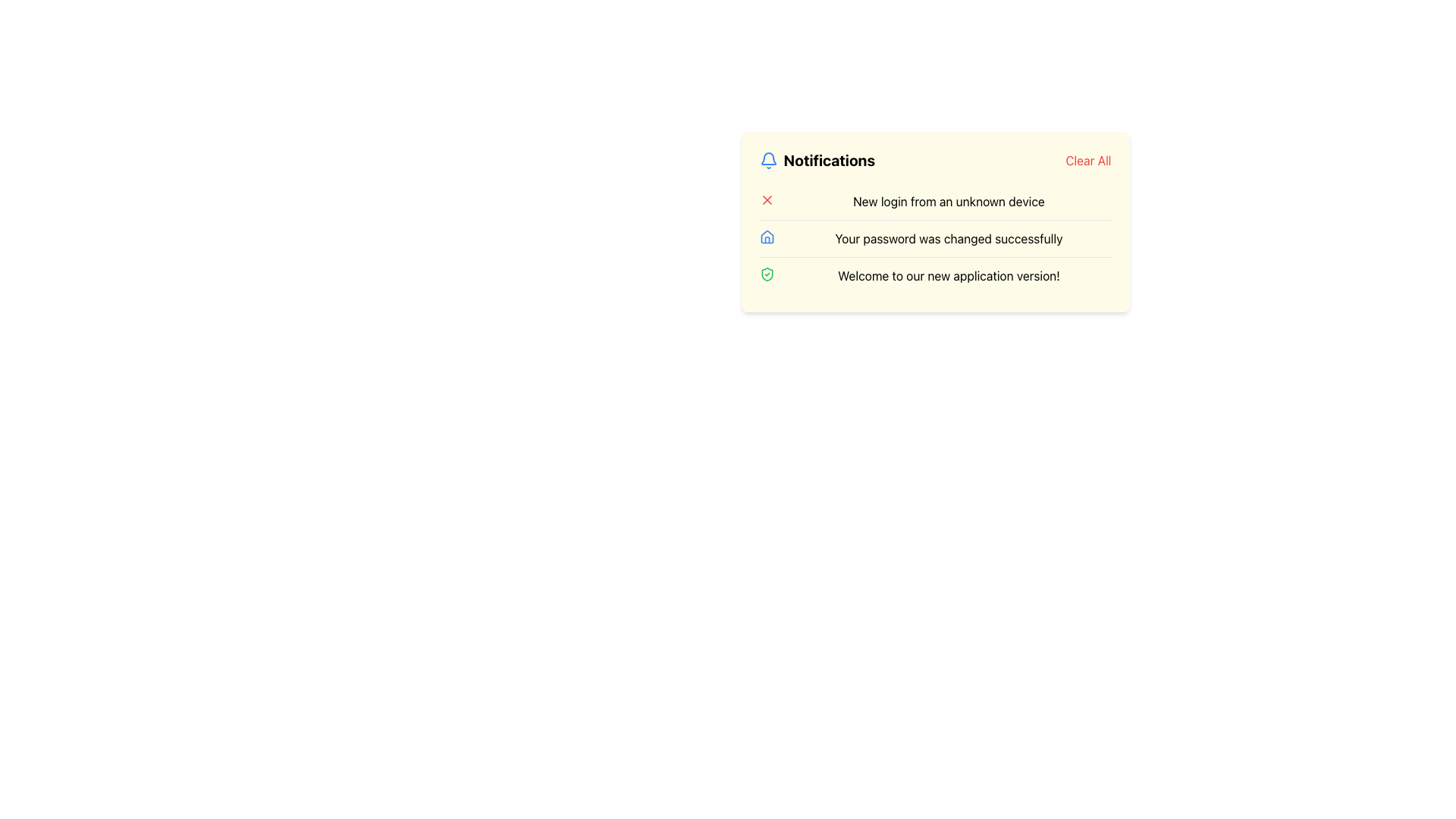 The width and height of the screenshot is (1456, 819). What do you see at coordinates (934, 275) in the screenshot?
I see `the third notification item in the notification panel that displays an update or welcome message` at bounding box center [934, 275].